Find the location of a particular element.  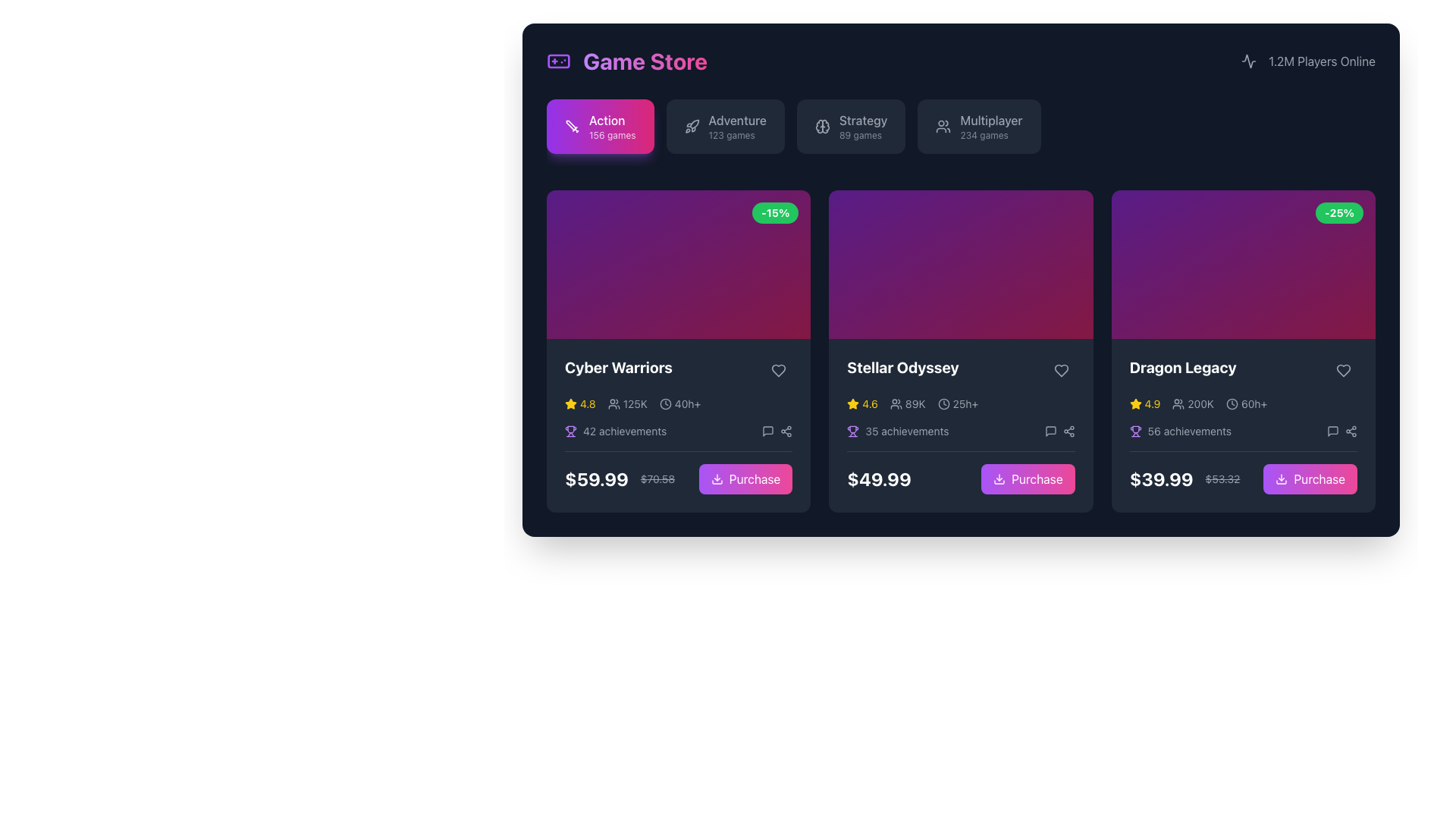

the text display element that shows the current price ($39.99) and previous price ($53.32) of the 'Dragon Legacy' product, located at the bottom right corner of the card, just above the 'Purchase' button is located at coordinates (1184, 479).